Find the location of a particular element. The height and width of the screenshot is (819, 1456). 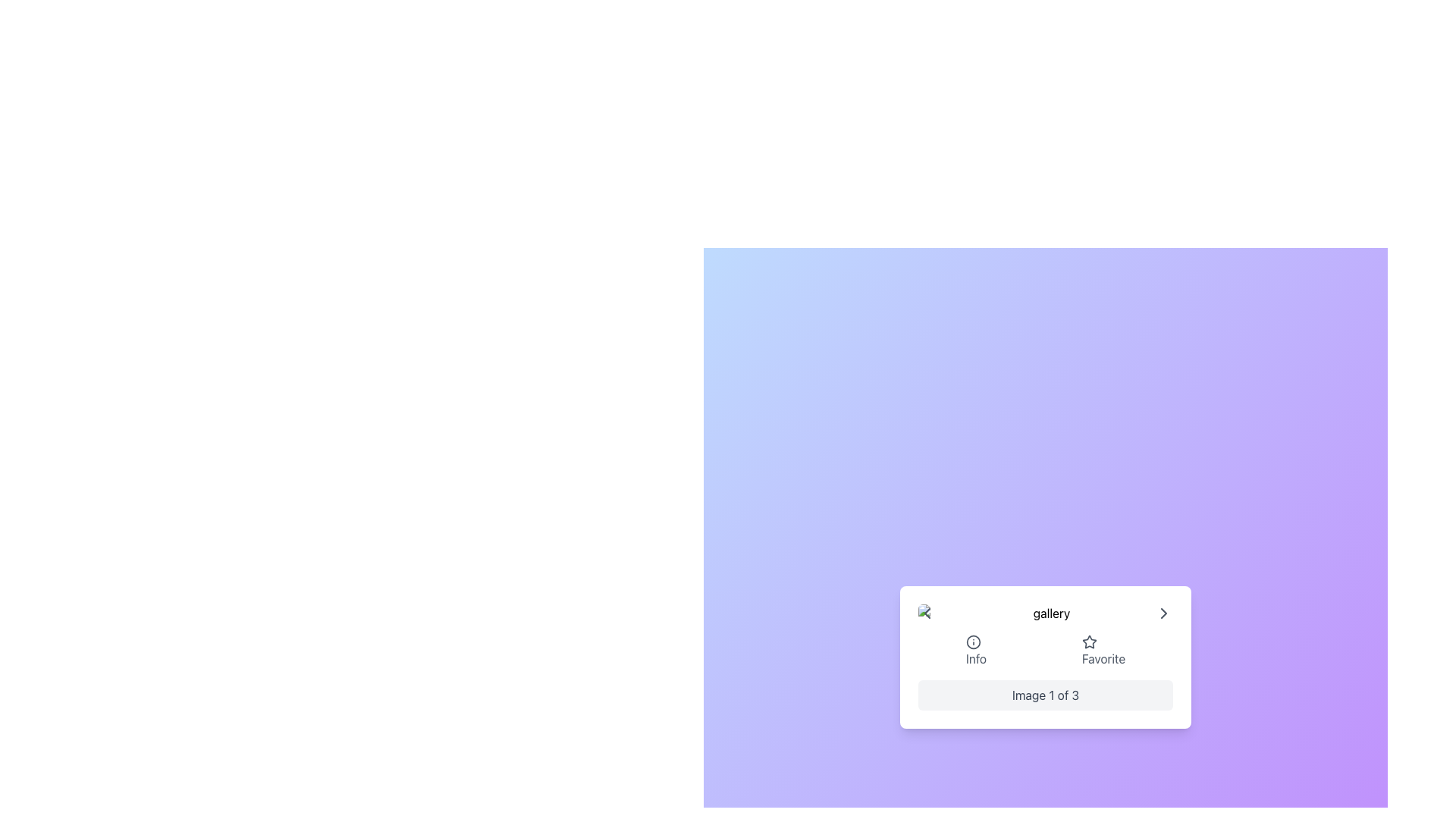

the navigation button located at the far left of the gallery to change its color is located at coordinates (927, 613).